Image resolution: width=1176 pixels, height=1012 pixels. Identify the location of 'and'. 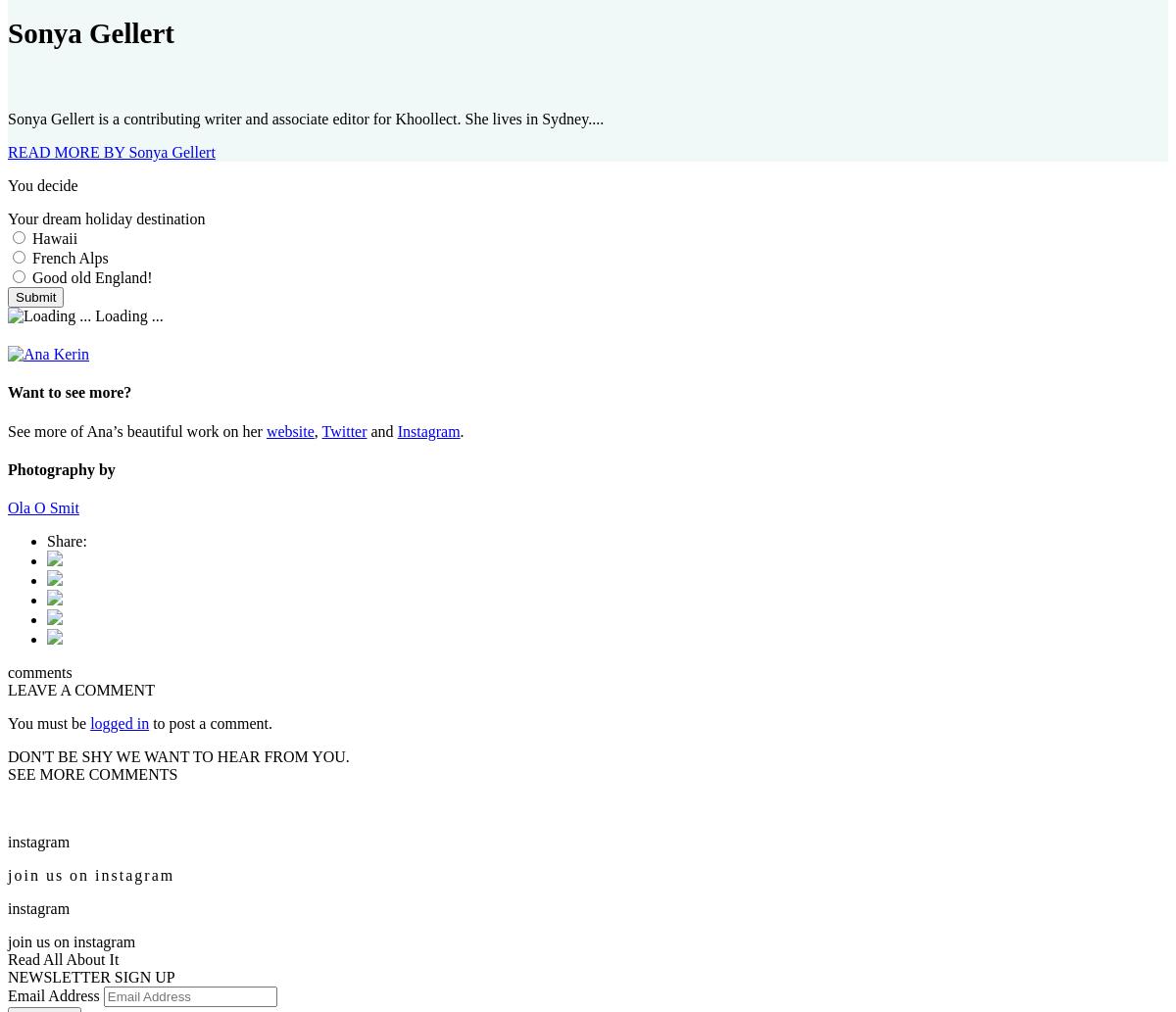
(381, 430).